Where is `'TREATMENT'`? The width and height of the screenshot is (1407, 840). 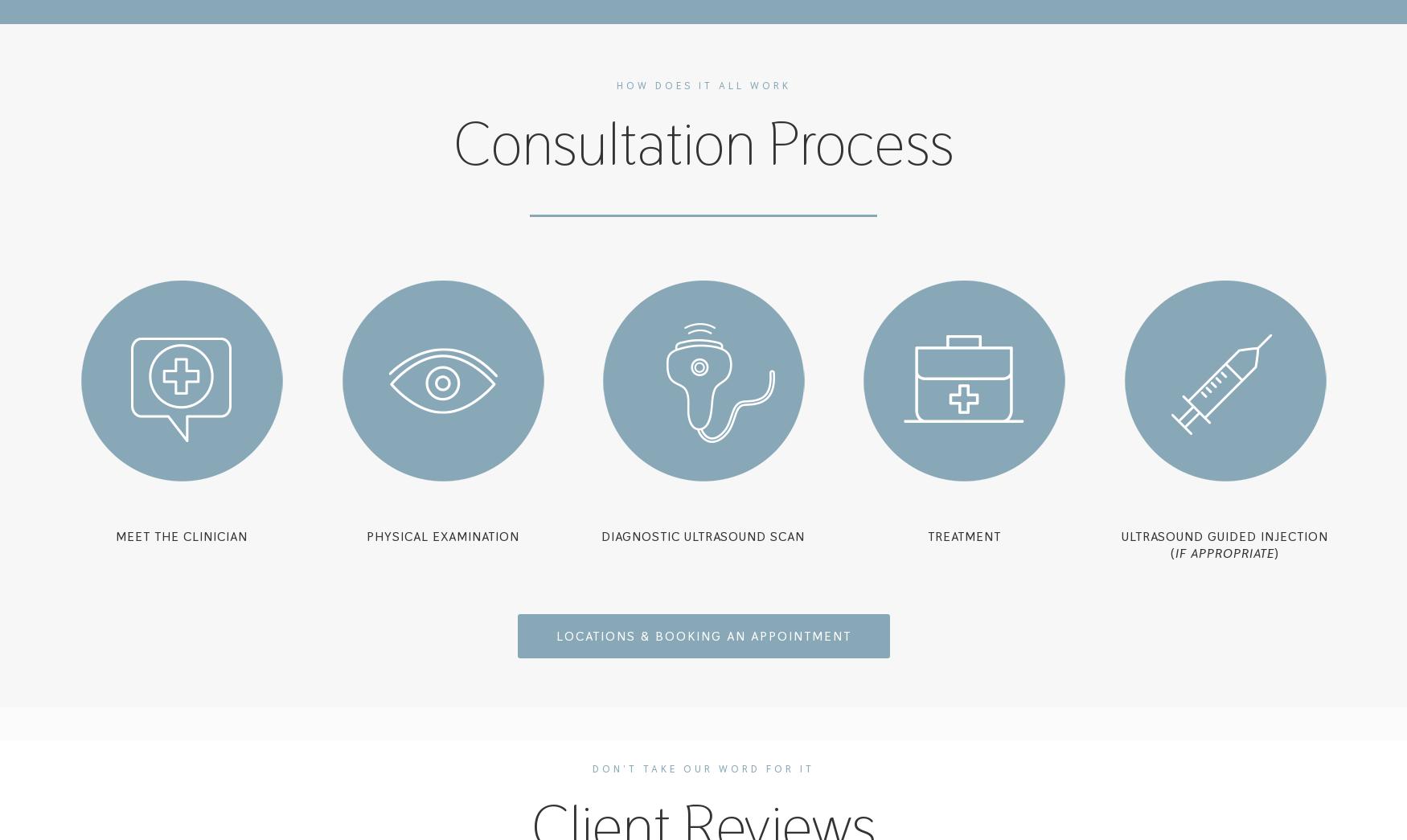
'TREATMENT' is located at coordinates (926, 536).